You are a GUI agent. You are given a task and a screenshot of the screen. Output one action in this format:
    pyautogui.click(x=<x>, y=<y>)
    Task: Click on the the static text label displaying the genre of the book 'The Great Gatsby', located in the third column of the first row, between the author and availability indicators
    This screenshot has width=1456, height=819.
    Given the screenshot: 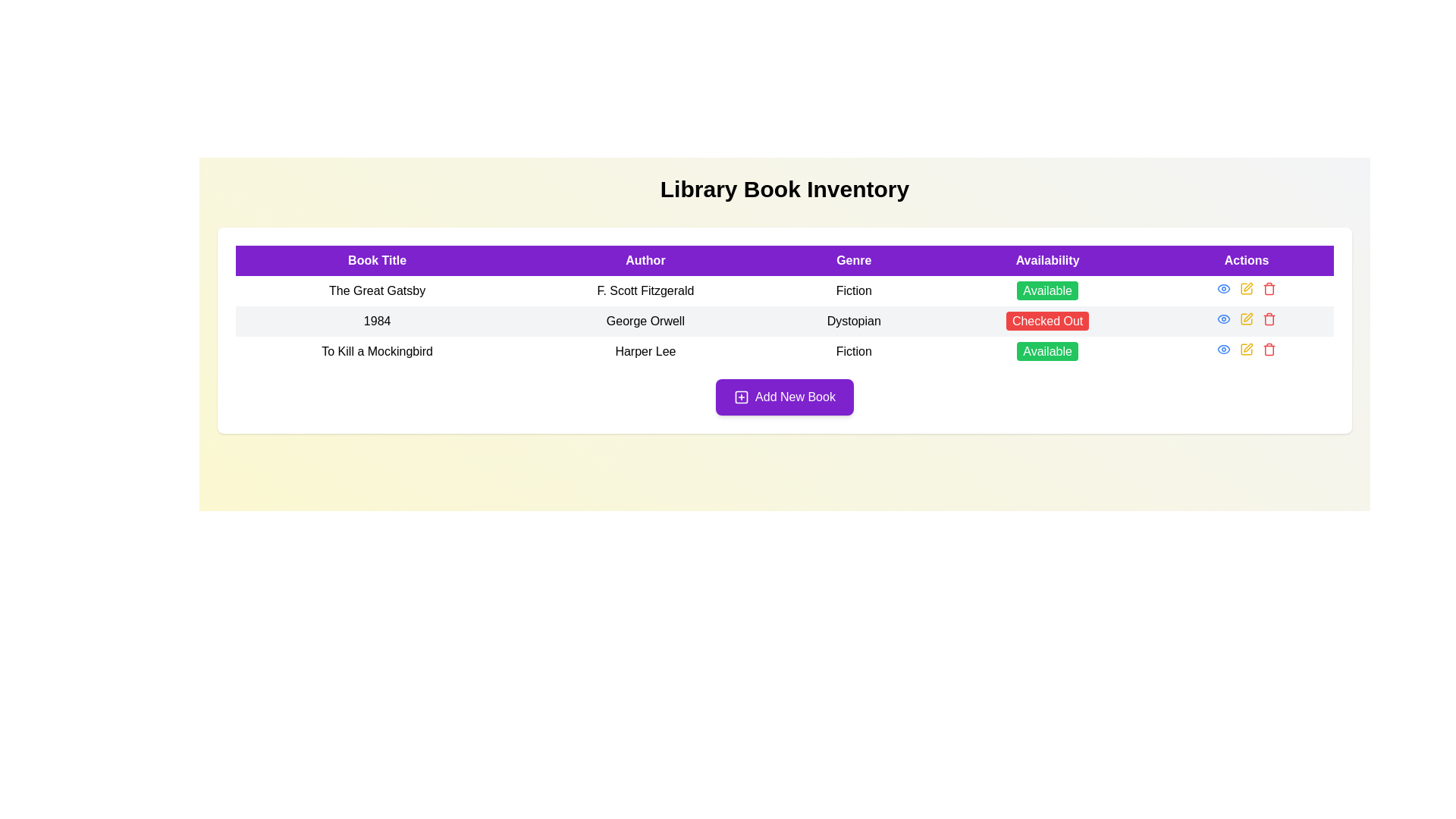 What is the action you would take?
    pyautogui.click(x=854, y=291)
    